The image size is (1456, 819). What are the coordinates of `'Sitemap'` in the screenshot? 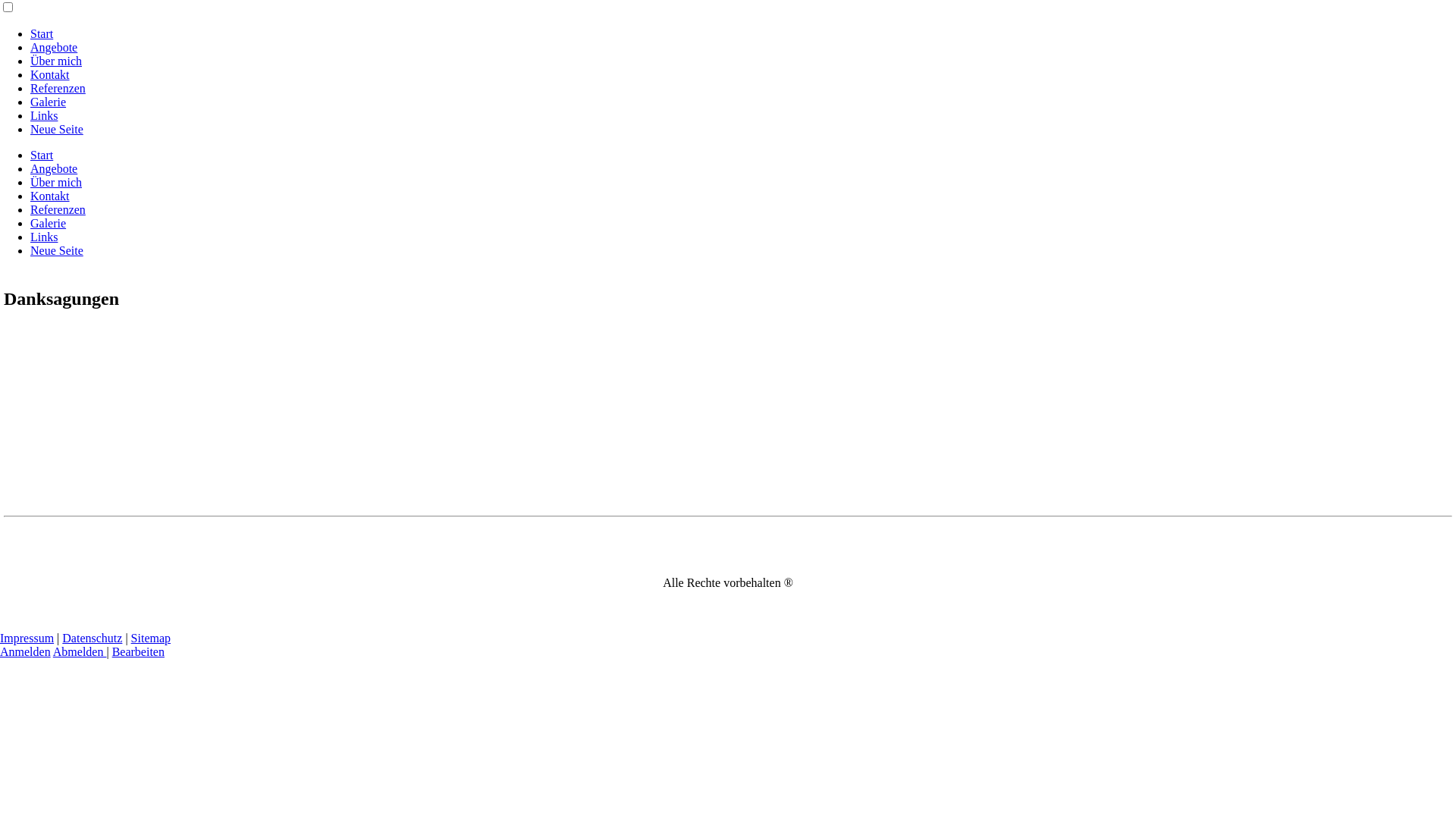 It's located at (150, 638).